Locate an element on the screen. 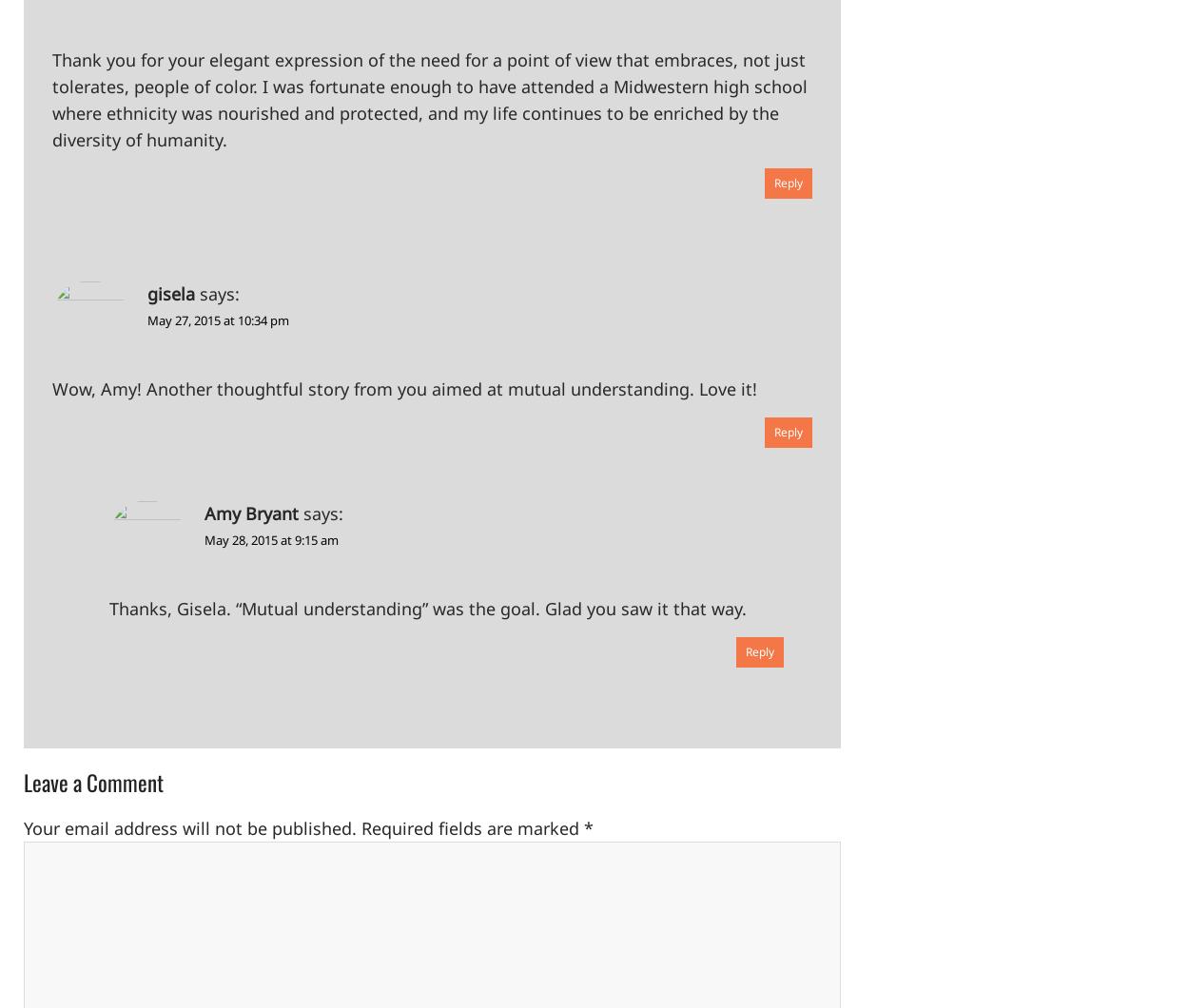  '*' is located at coordinates (583, 828).